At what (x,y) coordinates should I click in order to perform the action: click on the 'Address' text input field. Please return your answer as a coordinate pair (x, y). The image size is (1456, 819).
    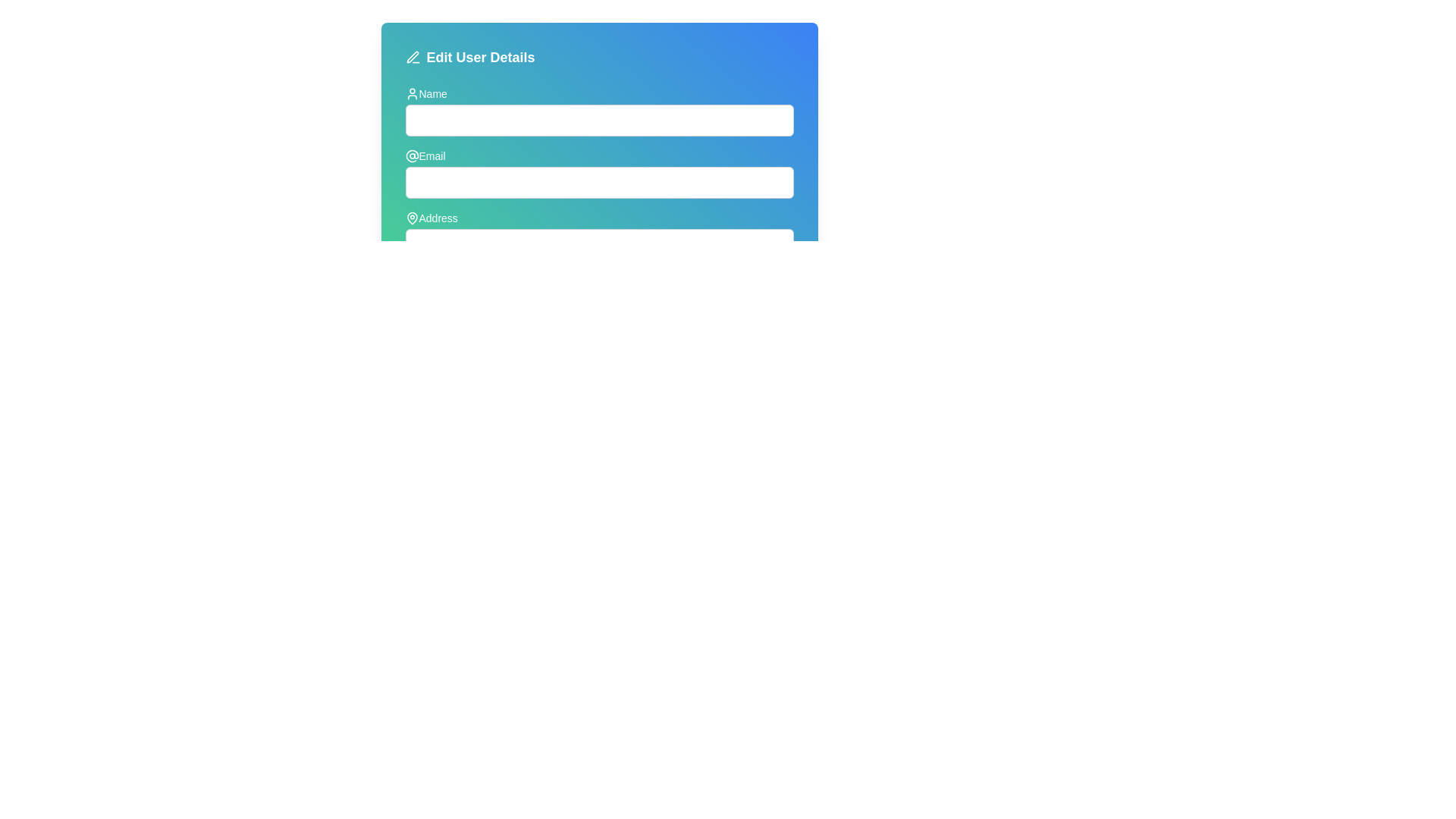
    Looking at the image, I should click on (598, 236).